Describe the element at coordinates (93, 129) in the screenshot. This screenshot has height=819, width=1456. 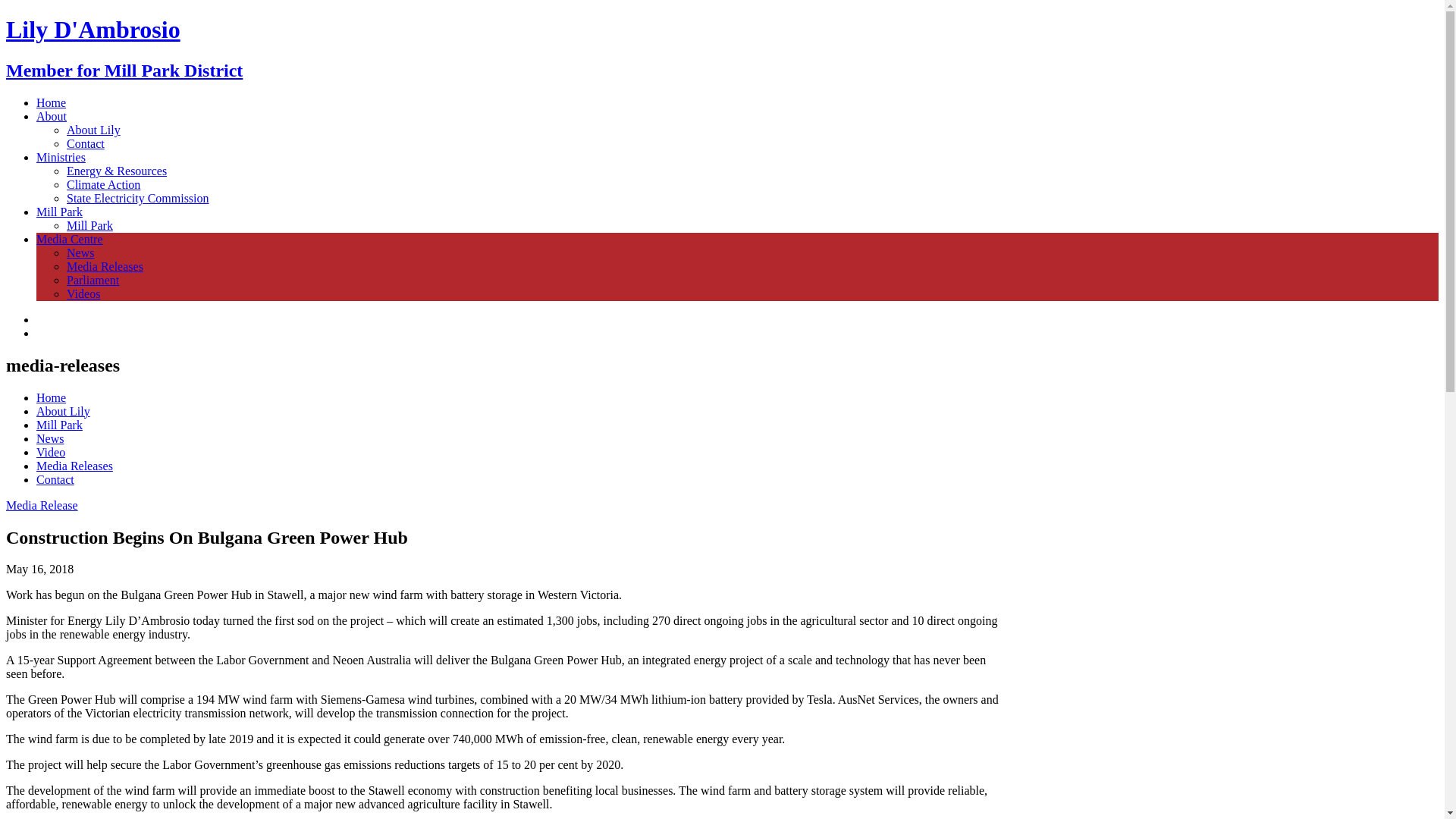
I see `'About Lily'` at that location.